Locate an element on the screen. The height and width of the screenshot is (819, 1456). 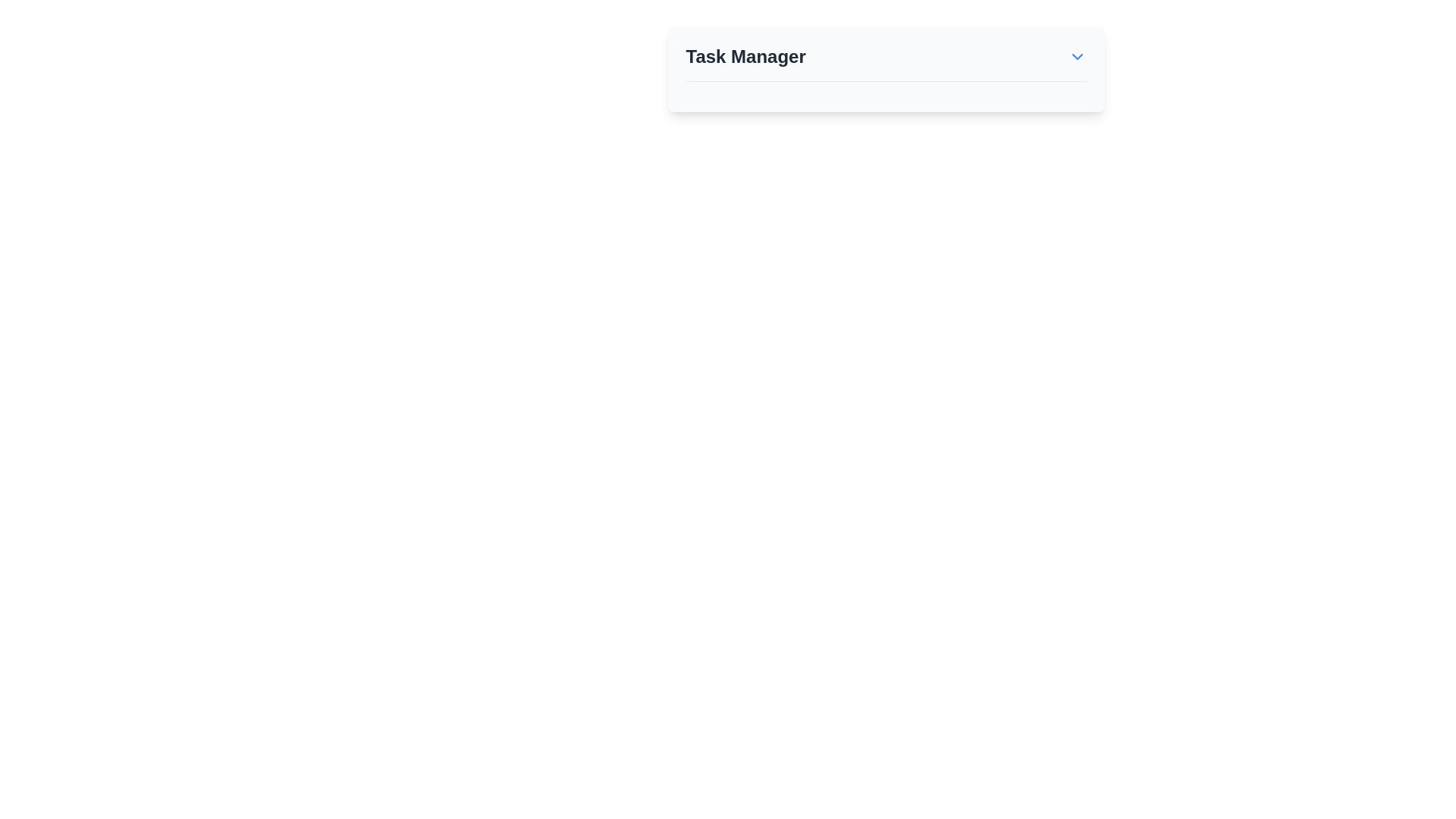
the dropdown menu toggle button located at the far right end of the title row in the Task Manager section for accessibility is located at coordinates (1076, 55).